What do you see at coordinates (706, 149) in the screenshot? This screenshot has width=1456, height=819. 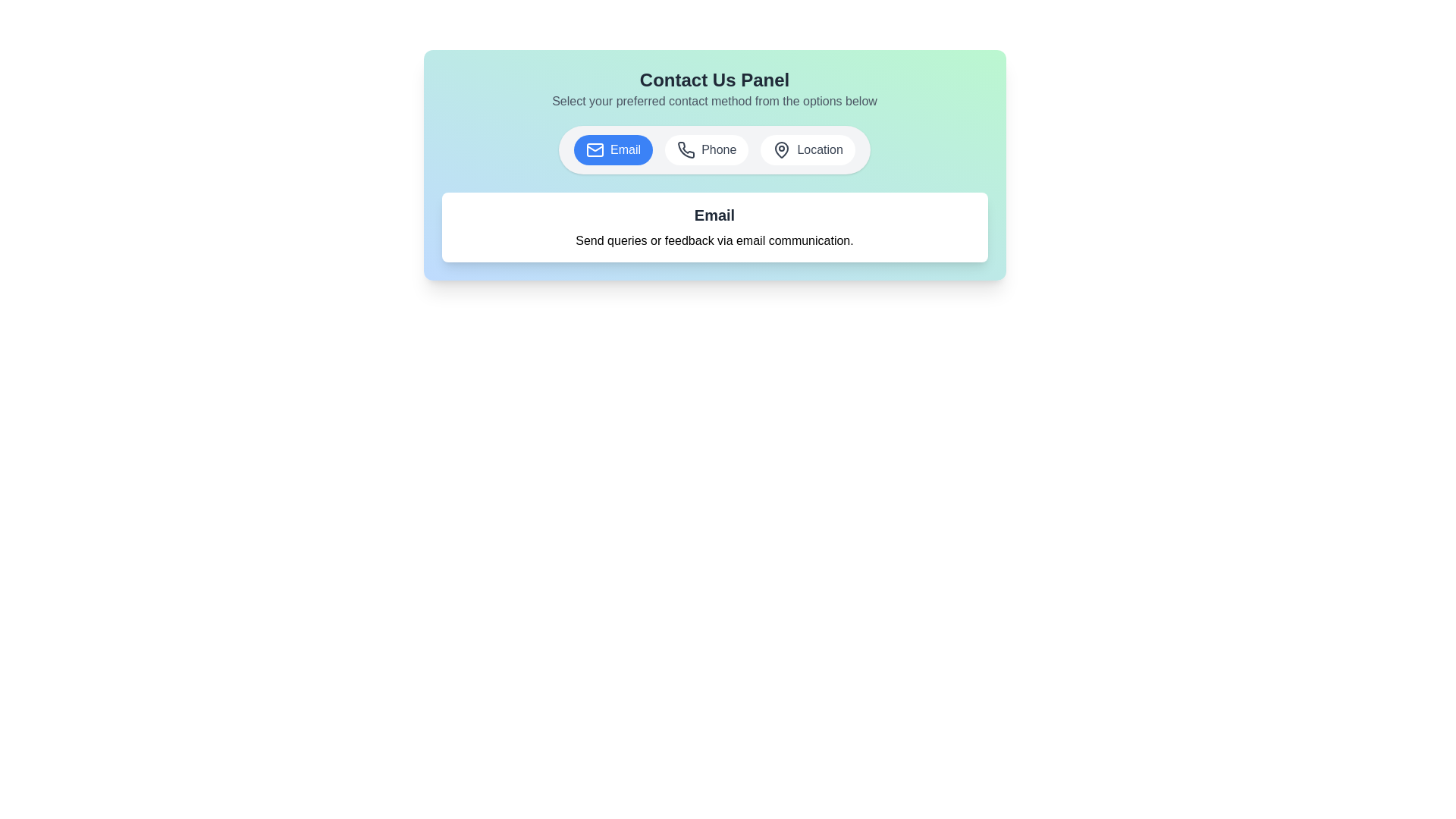 I see `the button for selecting the phone contact method, which is the second button from the left between 'Email' and 'Location'` at bounding box center [706, 149].